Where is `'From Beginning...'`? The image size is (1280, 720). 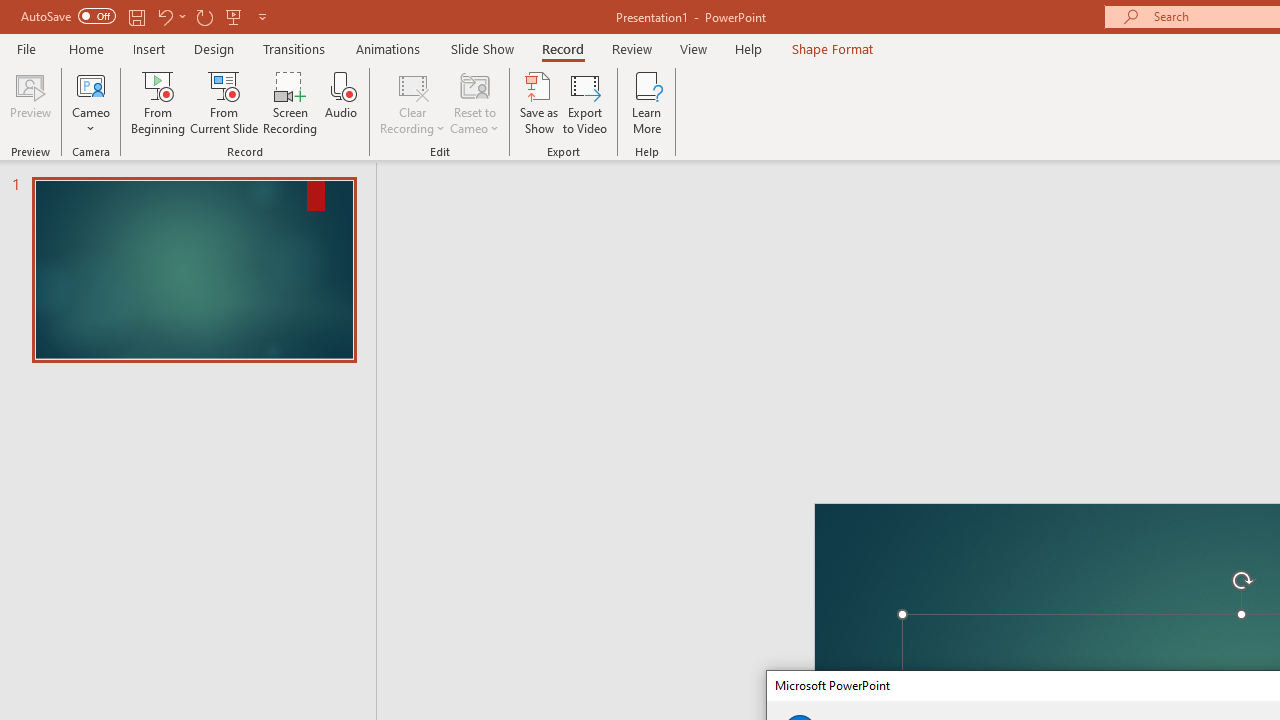 'From Beginning...' is located at coordinates (157, 103).